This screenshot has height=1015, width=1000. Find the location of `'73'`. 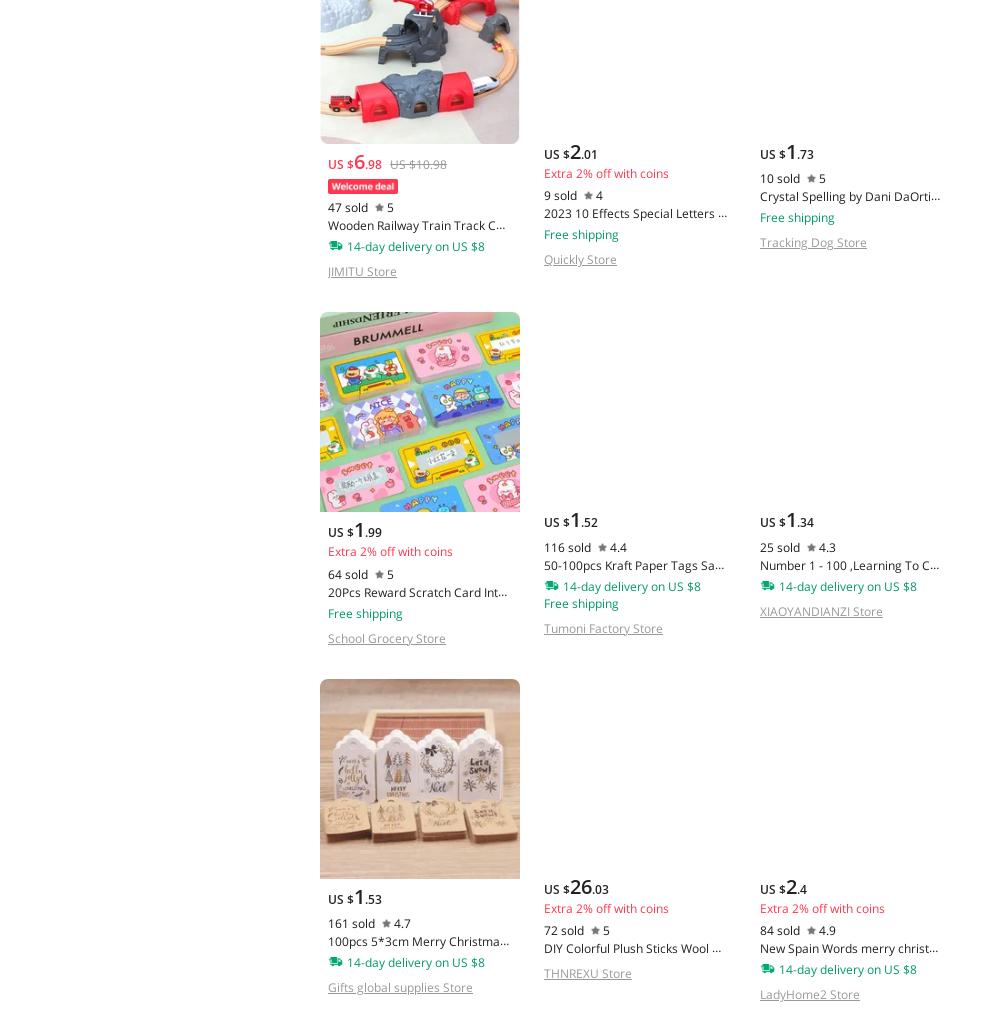

'73' is located at coordinates (806, 152).